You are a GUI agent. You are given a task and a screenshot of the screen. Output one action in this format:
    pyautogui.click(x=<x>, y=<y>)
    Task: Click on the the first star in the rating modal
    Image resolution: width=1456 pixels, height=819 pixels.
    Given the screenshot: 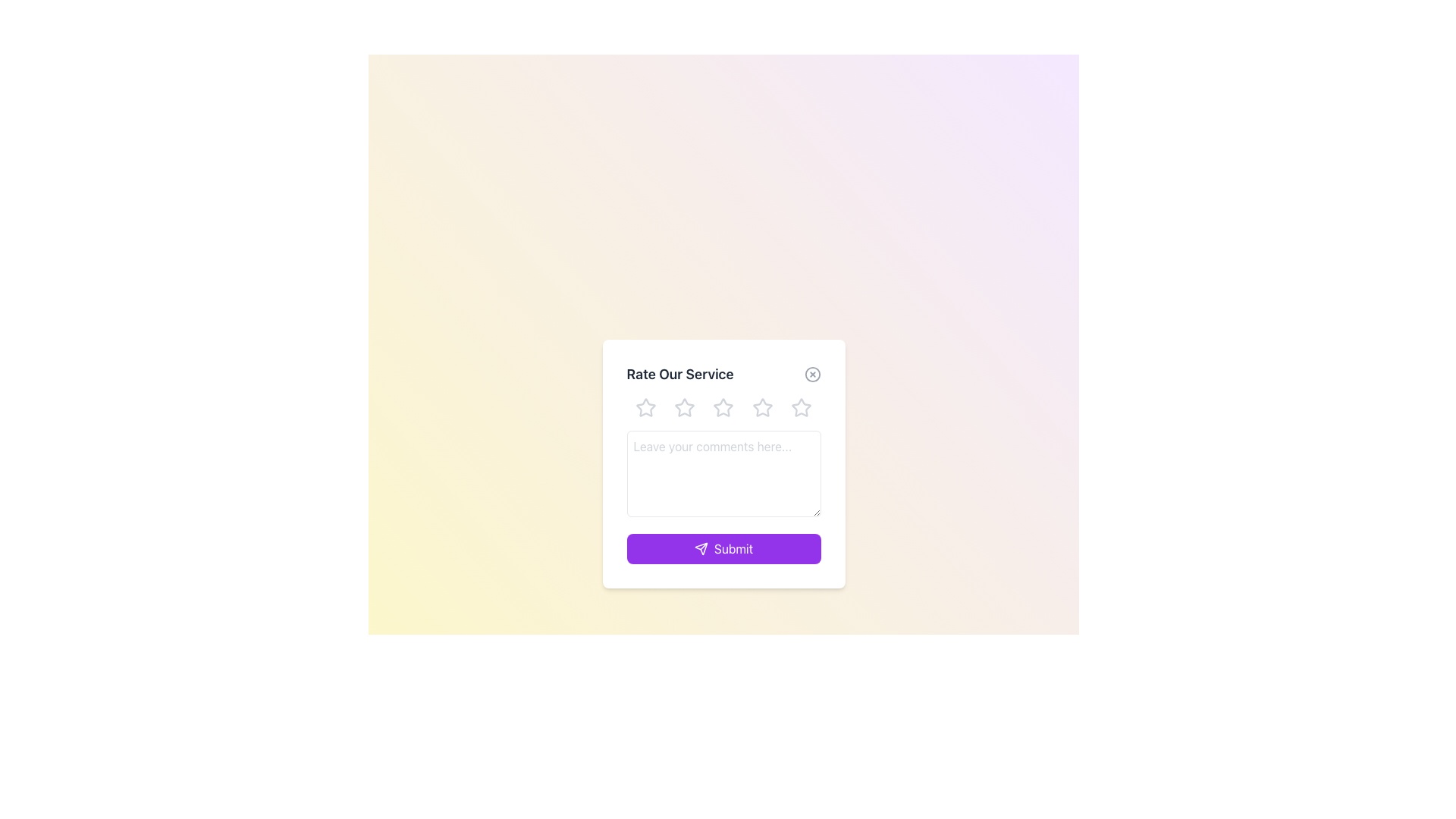 What is the action you would take?
    pyautogui.click(x=646, y=406)
    